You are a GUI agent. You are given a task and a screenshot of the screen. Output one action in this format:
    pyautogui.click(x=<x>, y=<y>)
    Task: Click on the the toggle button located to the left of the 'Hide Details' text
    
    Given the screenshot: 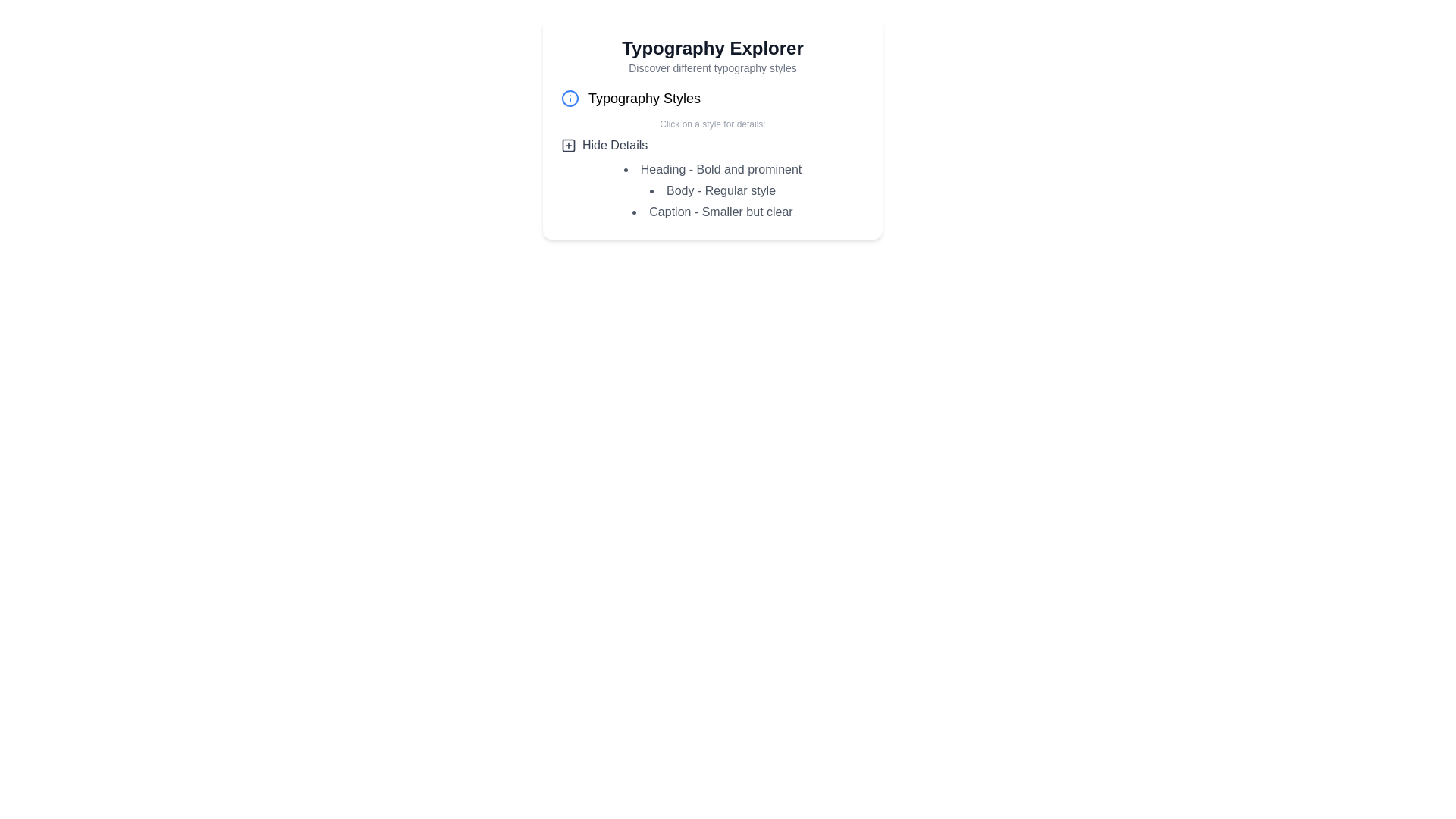 What is the action you would take?
    pyautogui.click(x=567, y=146)
    